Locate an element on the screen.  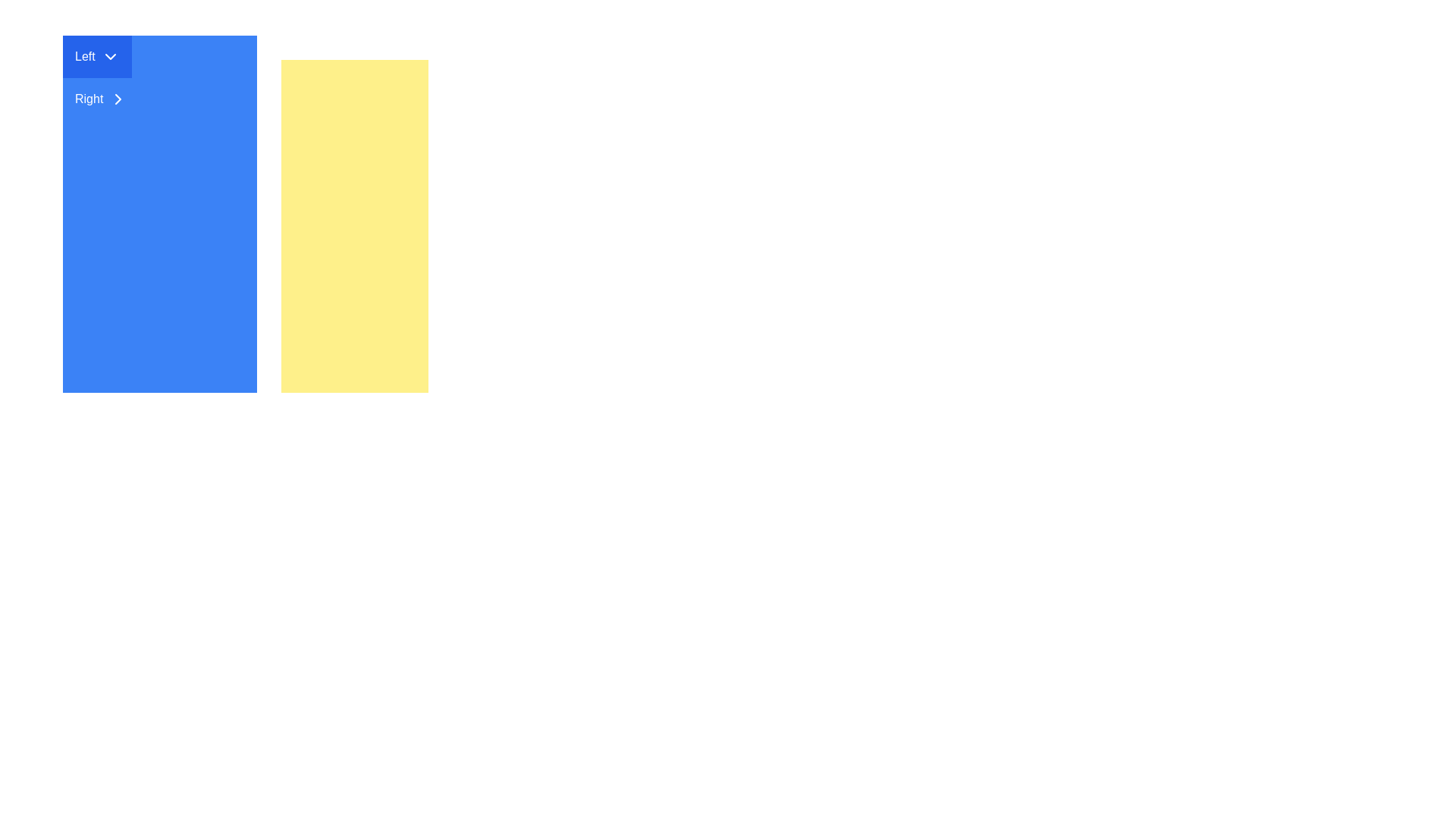
the first option button in the vertical list, labeled 'Left' is located at coordinates (96, 55).